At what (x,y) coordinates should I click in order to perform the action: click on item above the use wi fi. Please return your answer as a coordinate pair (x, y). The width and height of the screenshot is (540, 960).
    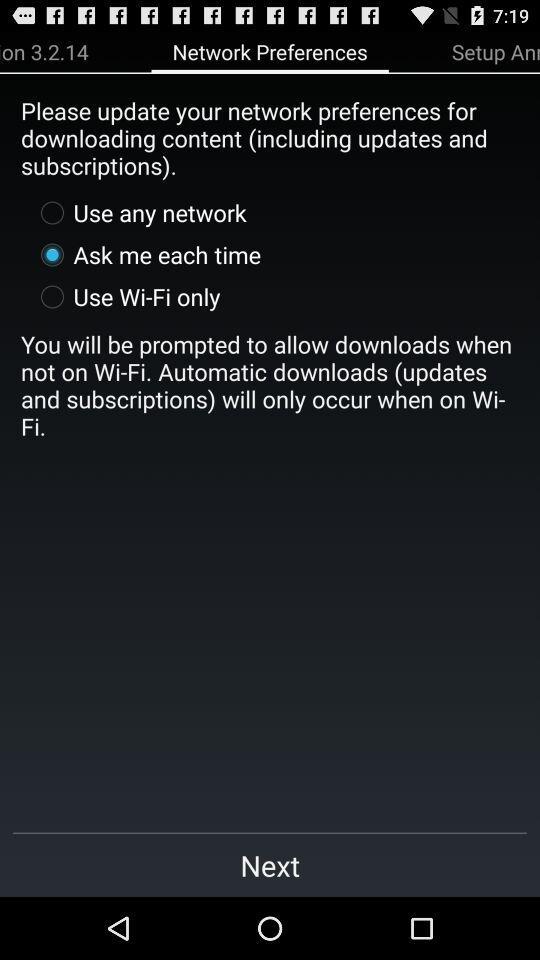
    Looking at the image, I should click on (145, 253).